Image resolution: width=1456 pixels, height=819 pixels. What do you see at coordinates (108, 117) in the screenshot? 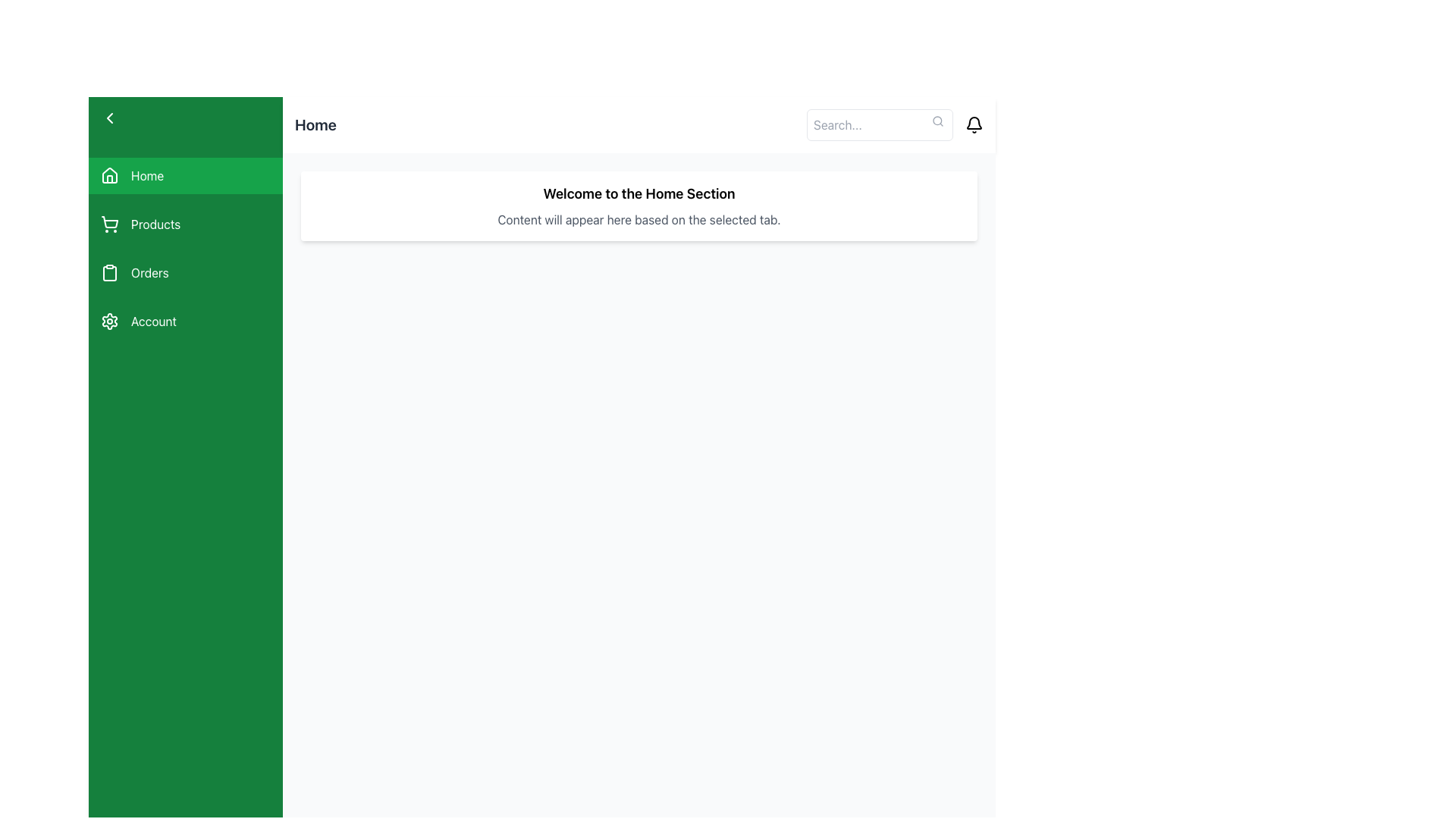
I see `the navigation icon located at the top-left corner of the interface in the sidebar` at bounding box center [108, 117].